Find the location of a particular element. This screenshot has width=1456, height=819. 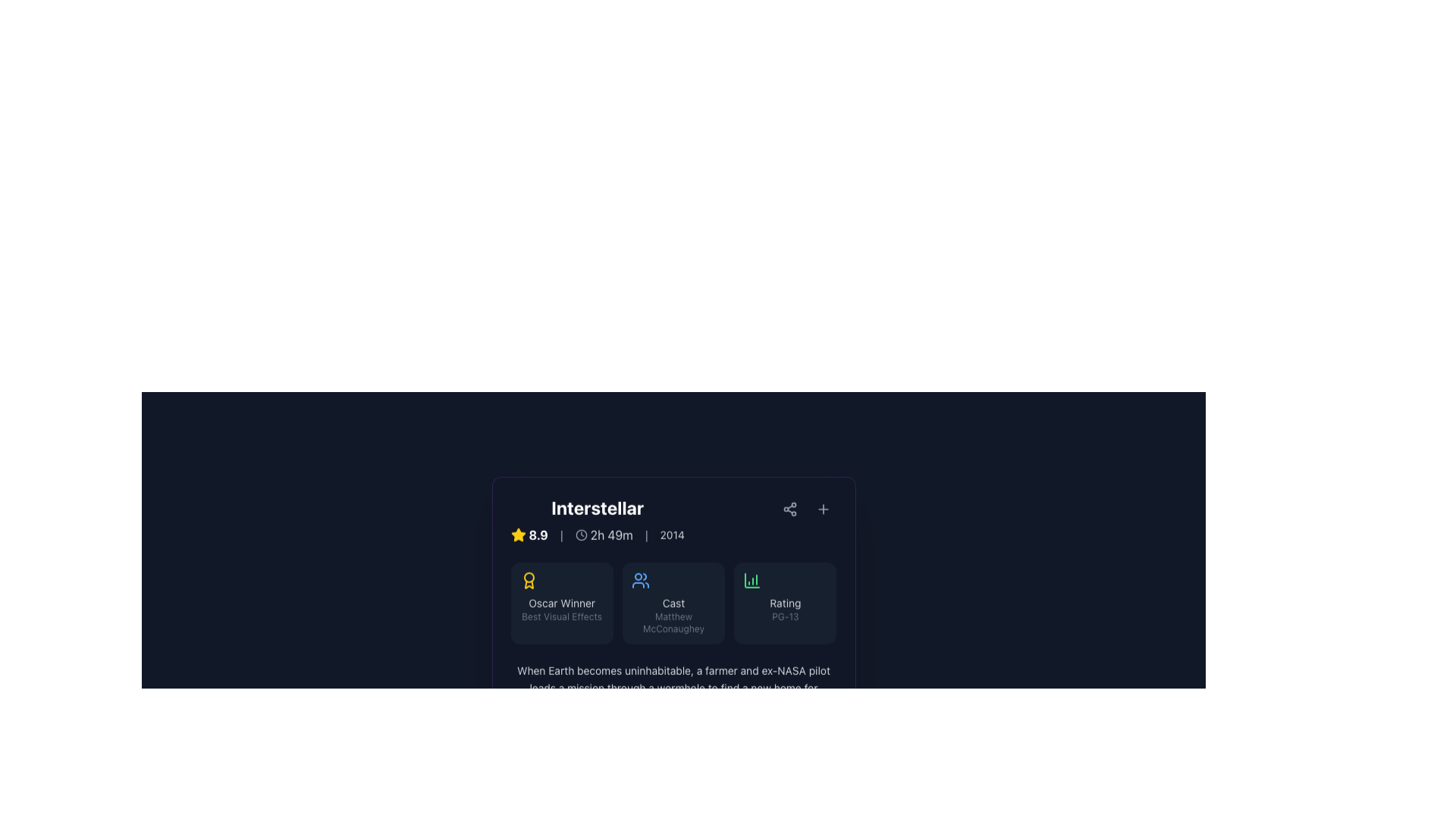

the 'add' button with the plus icon located at the top-right corner of the 'Interstellar' panel is located at coordinates (822, 509).